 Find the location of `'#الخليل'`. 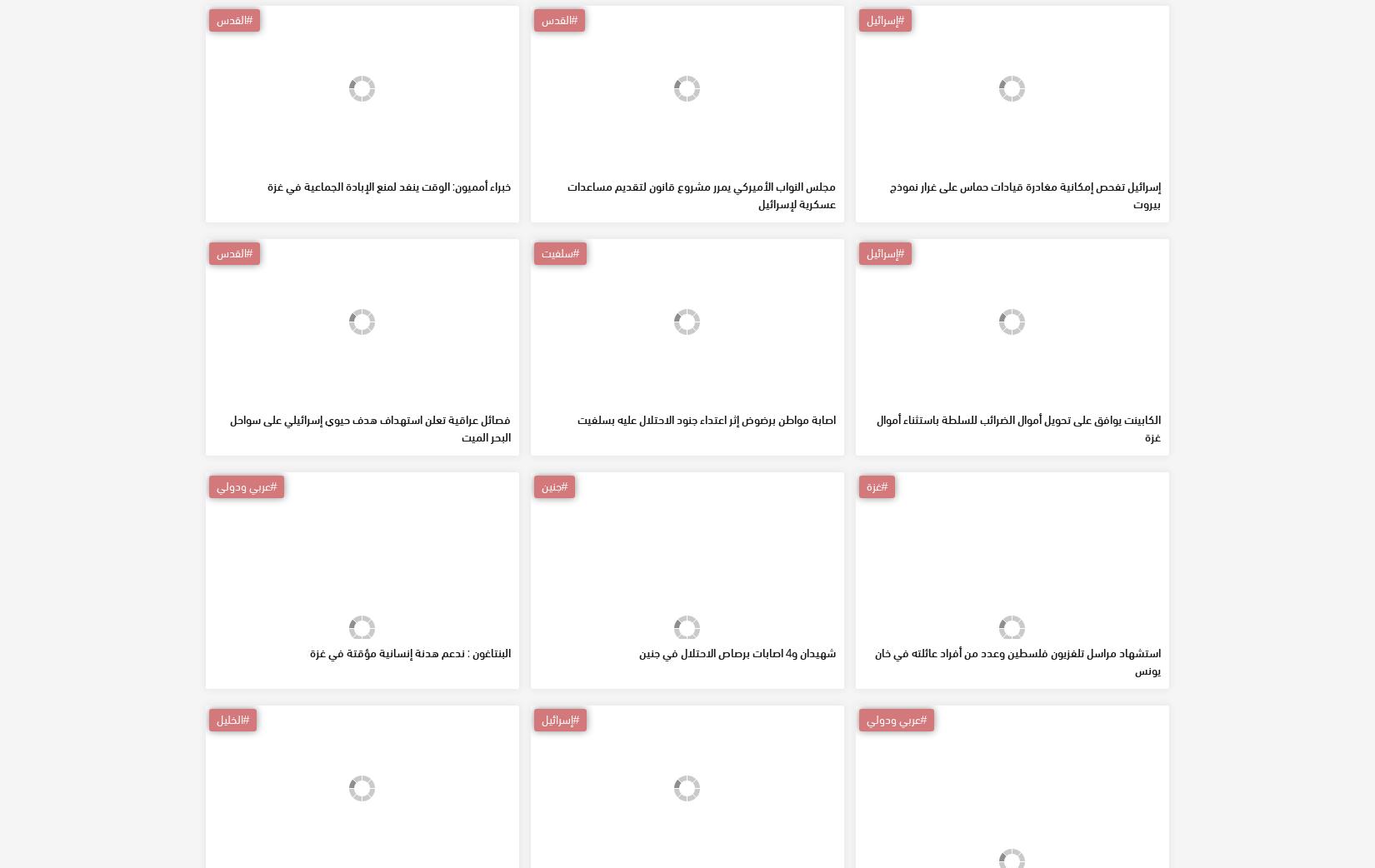

'#الخليل' is located at coordinates (232, 839).